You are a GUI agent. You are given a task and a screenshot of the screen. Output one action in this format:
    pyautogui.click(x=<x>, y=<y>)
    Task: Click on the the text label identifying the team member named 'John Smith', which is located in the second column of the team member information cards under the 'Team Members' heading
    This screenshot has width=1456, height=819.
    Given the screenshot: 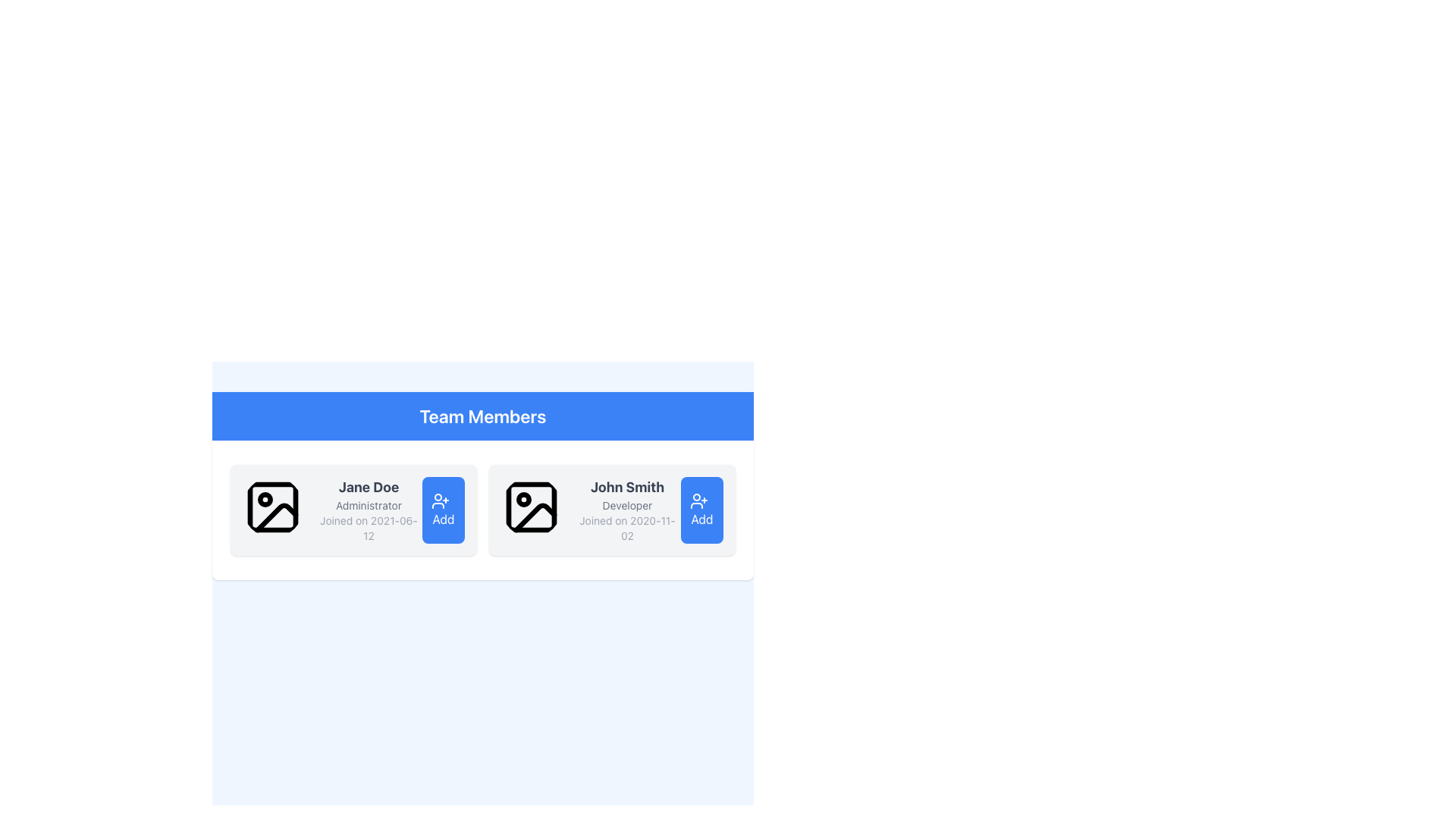 What is the action you would take?
    pyautogui.click(x=627, y=488)
    